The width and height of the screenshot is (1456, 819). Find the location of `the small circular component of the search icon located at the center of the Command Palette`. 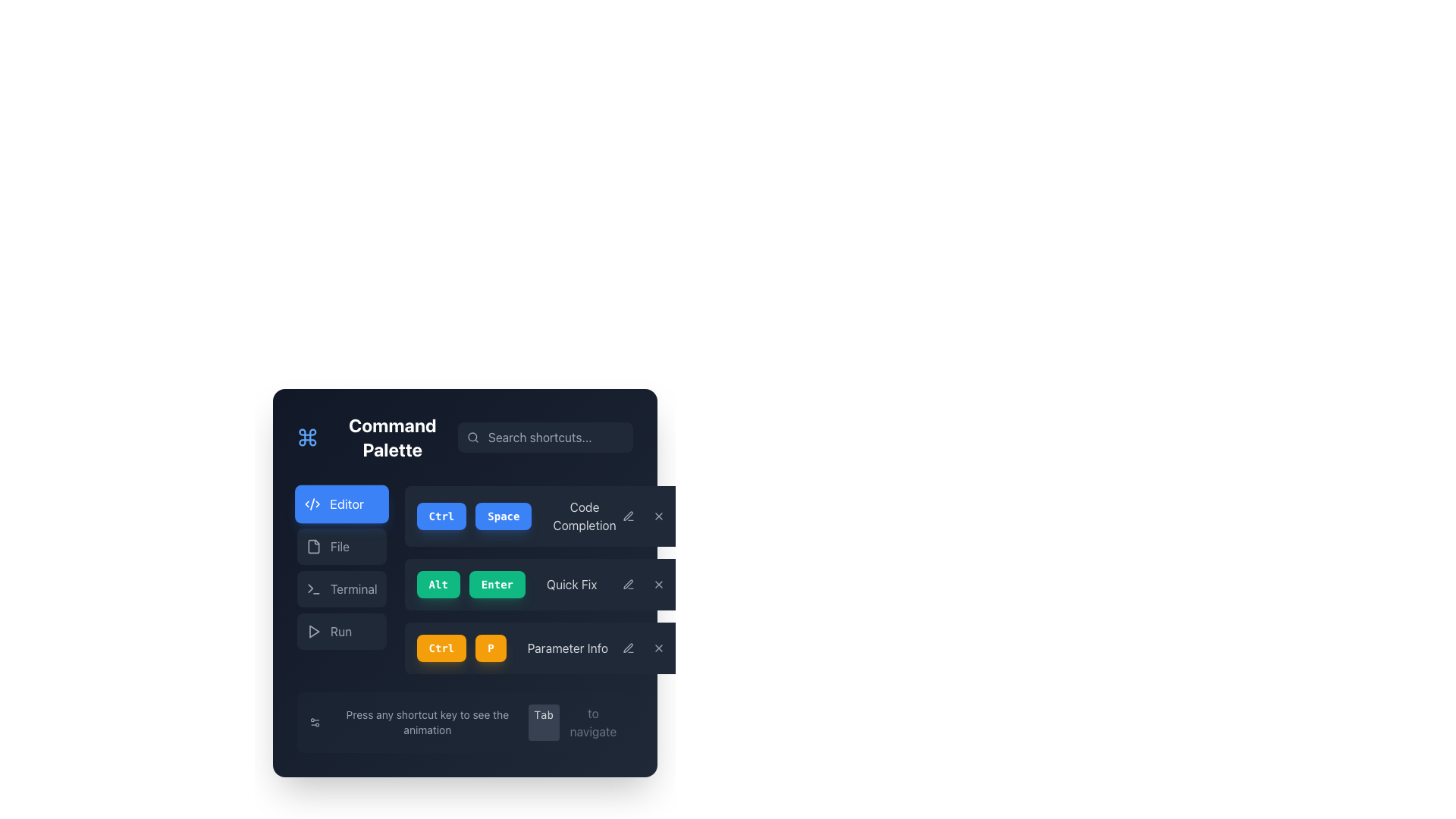

the small circular component of the search icon located at the center of the Command Palette is located at coordinates (472, 437).